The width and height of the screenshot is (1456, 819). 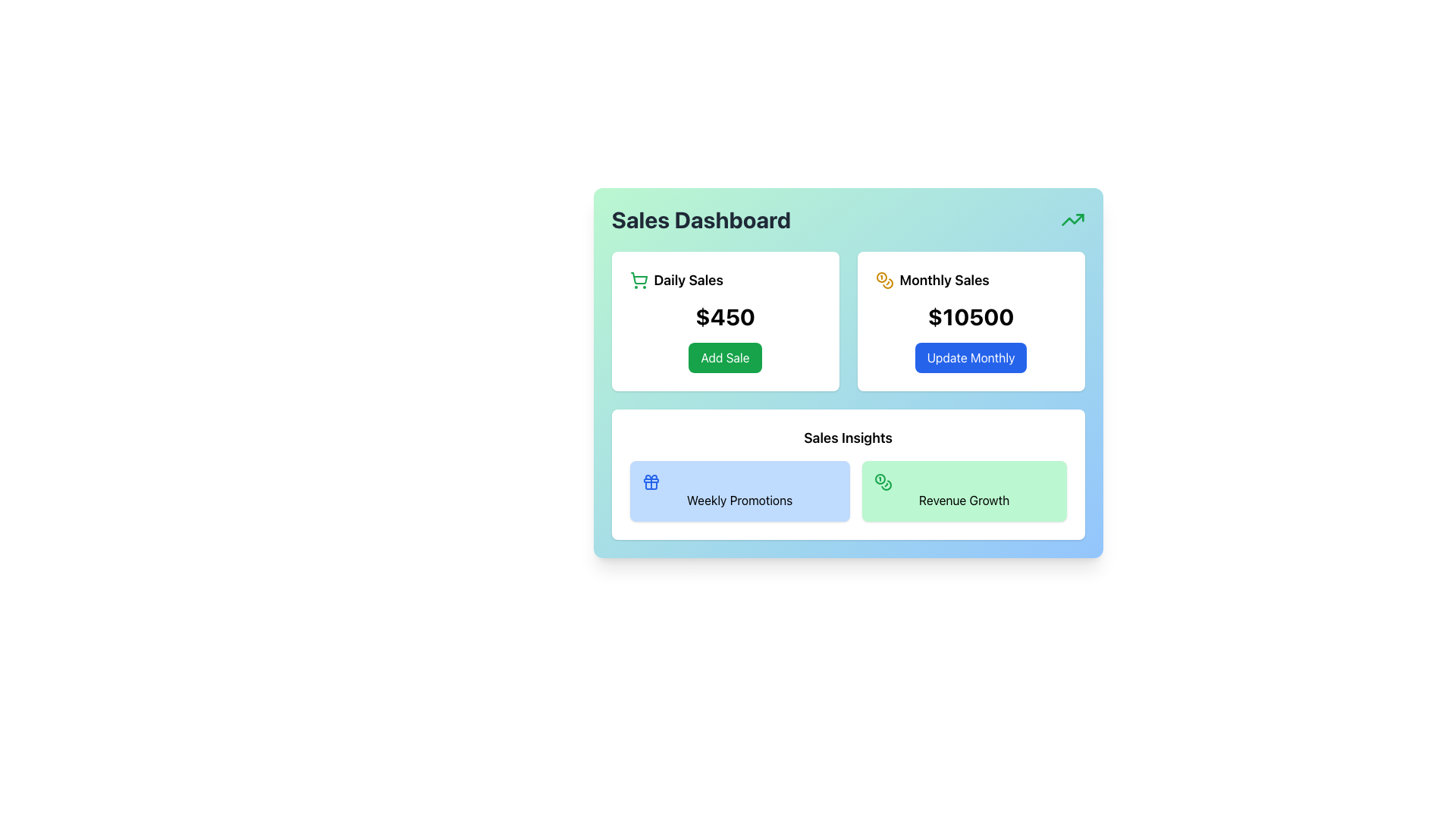 I want to click on the graphical circle part of the SVG within the coins icon located in the top-right part of the 'Monthly Sales' card, adjacent to the text '$10500' and the 'Update Monthly' button, so click(x=881, y=278).